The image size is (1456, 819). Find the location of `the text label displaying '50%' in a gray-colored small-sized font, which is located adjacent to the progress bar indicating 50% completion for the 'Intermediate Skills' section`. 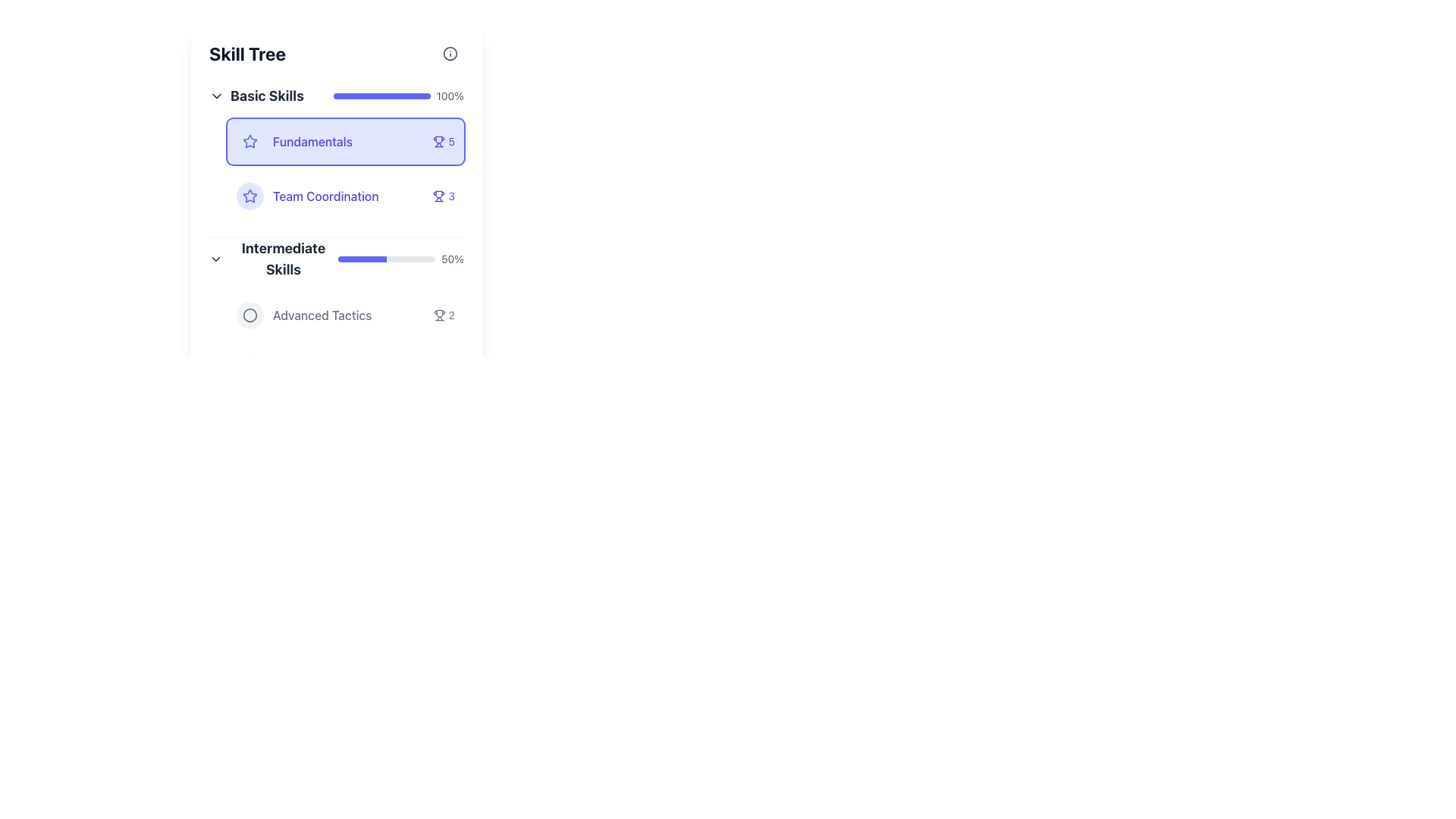

the text label displaying '50%' in a gray-colored small-sized font, which is located adjacent to the progress bar indicating 50% completion for the 'Intermediate Skills' section is located at coordinates (451, 259).